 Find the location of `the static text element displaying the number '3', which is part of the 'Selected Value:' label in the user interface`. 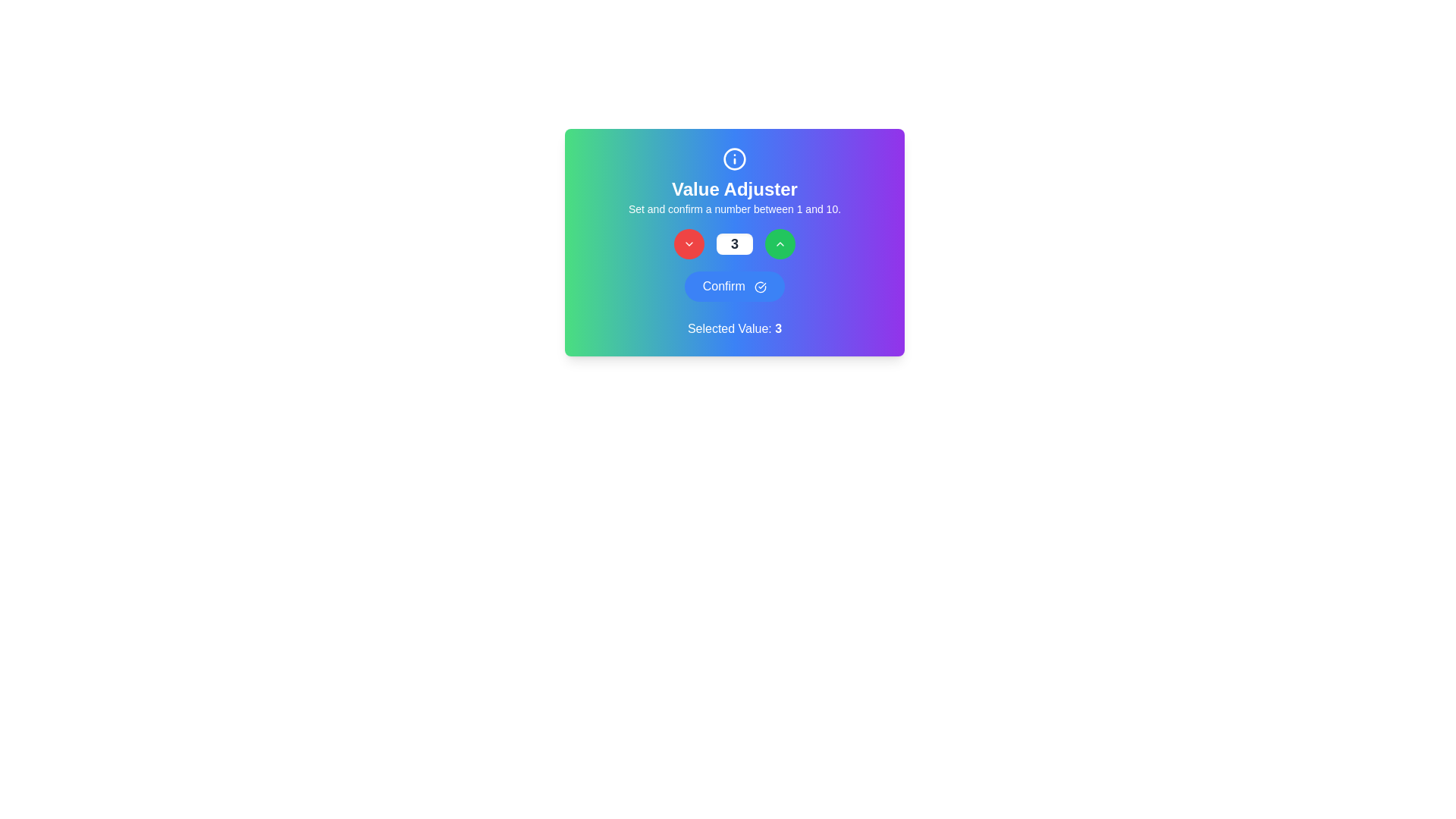

the static text element displaying the number '3', which is part of the 'Selected Value:' label in the user interface is located at coordinates (778, 328).